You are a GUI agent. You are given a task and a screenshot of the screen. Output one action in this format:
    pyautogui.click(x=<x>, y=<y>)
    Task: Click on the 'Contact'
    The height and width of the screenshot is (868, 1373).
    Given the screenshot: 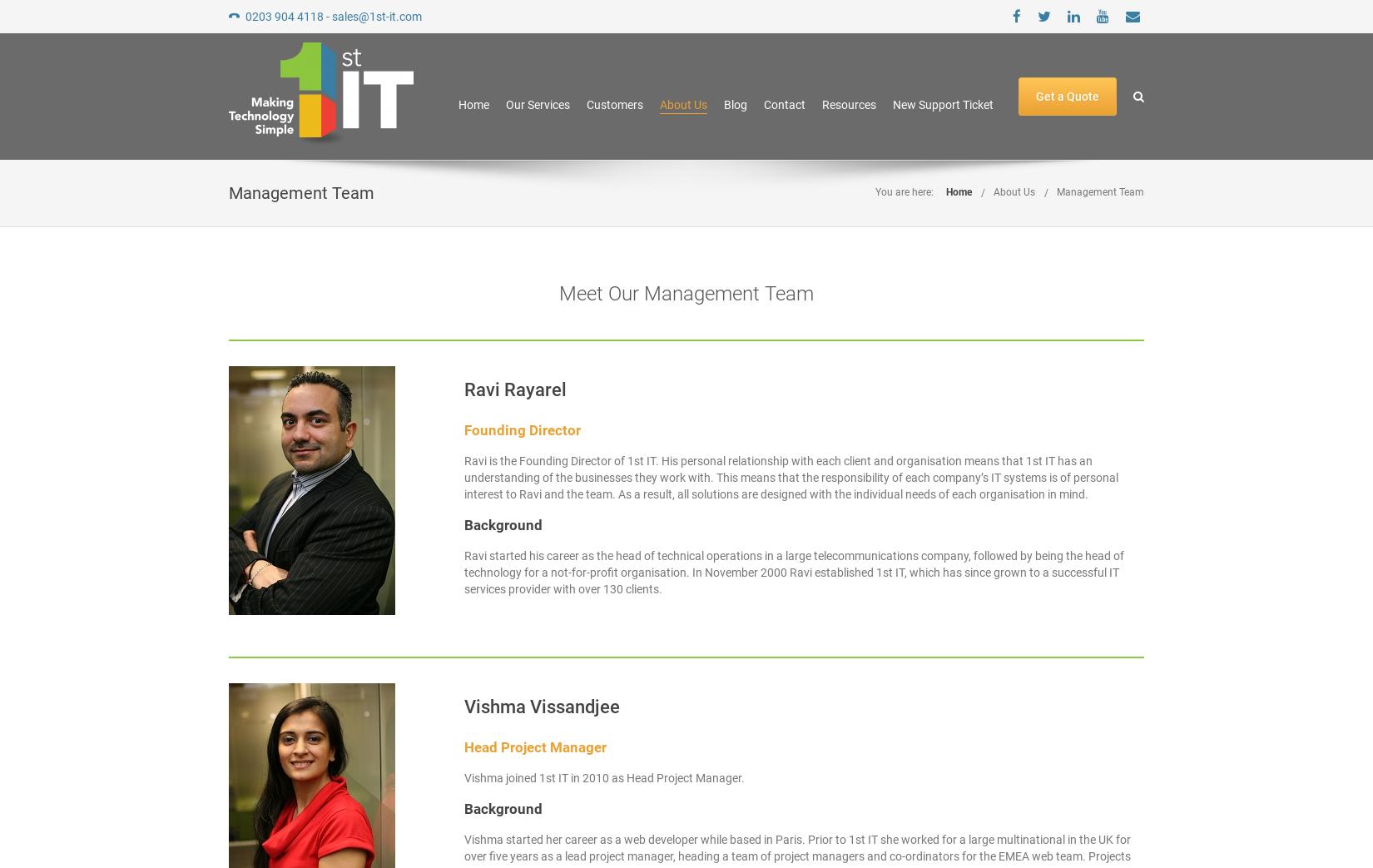 What is the action you would take?
    pyautogui.click(x=784, y=104)
    